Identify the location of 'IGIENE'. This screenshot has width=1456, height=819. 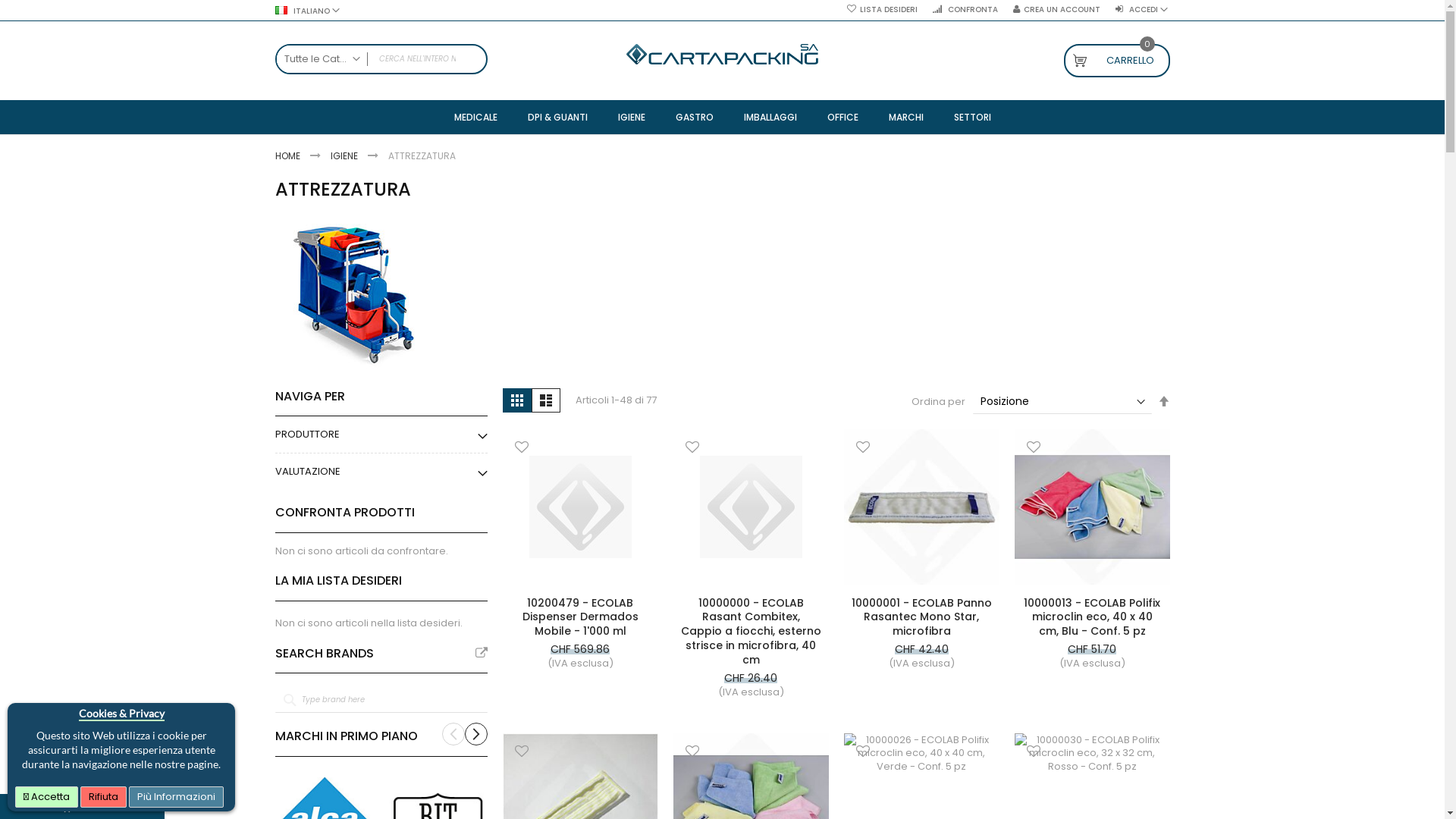
(630, 116).